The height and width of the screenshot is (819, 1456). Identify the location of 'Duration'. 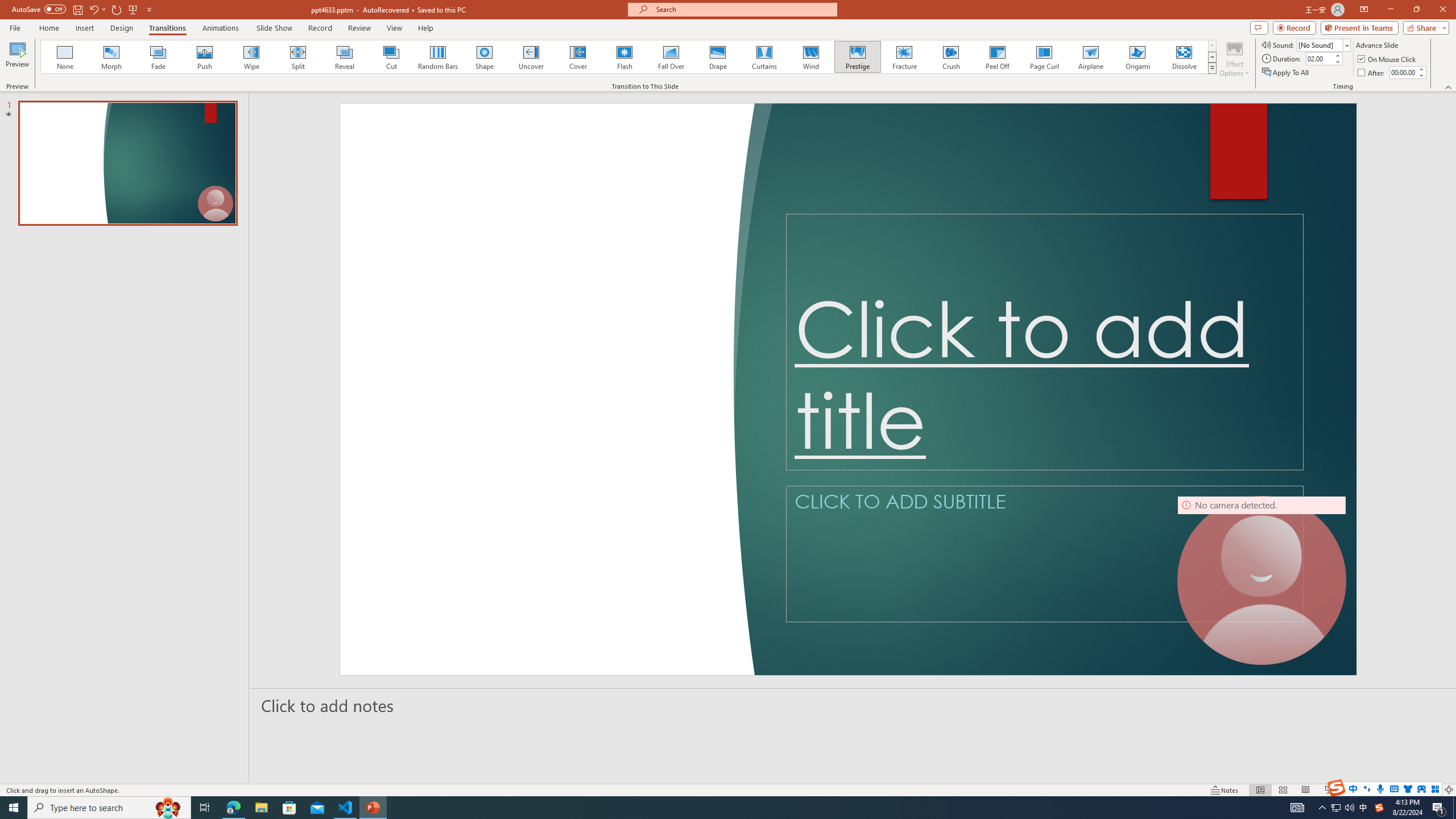
(1319, 58).